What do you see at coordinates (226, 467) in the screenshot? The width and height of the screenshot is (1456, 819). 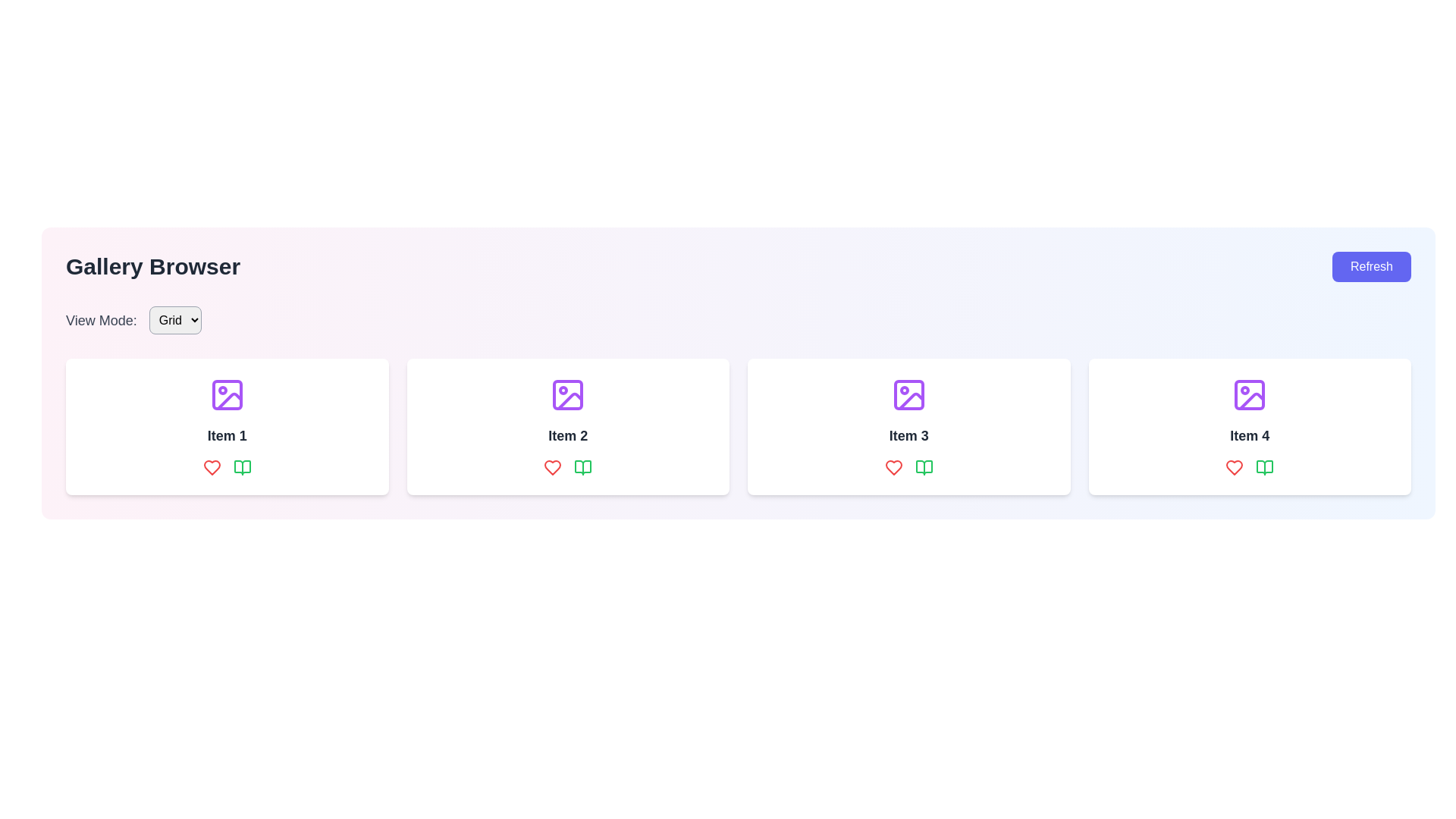 I see `the heart icon located in the bottom section of the card labeled 'Item 1' to like the item` at bounding box center [226, 467].